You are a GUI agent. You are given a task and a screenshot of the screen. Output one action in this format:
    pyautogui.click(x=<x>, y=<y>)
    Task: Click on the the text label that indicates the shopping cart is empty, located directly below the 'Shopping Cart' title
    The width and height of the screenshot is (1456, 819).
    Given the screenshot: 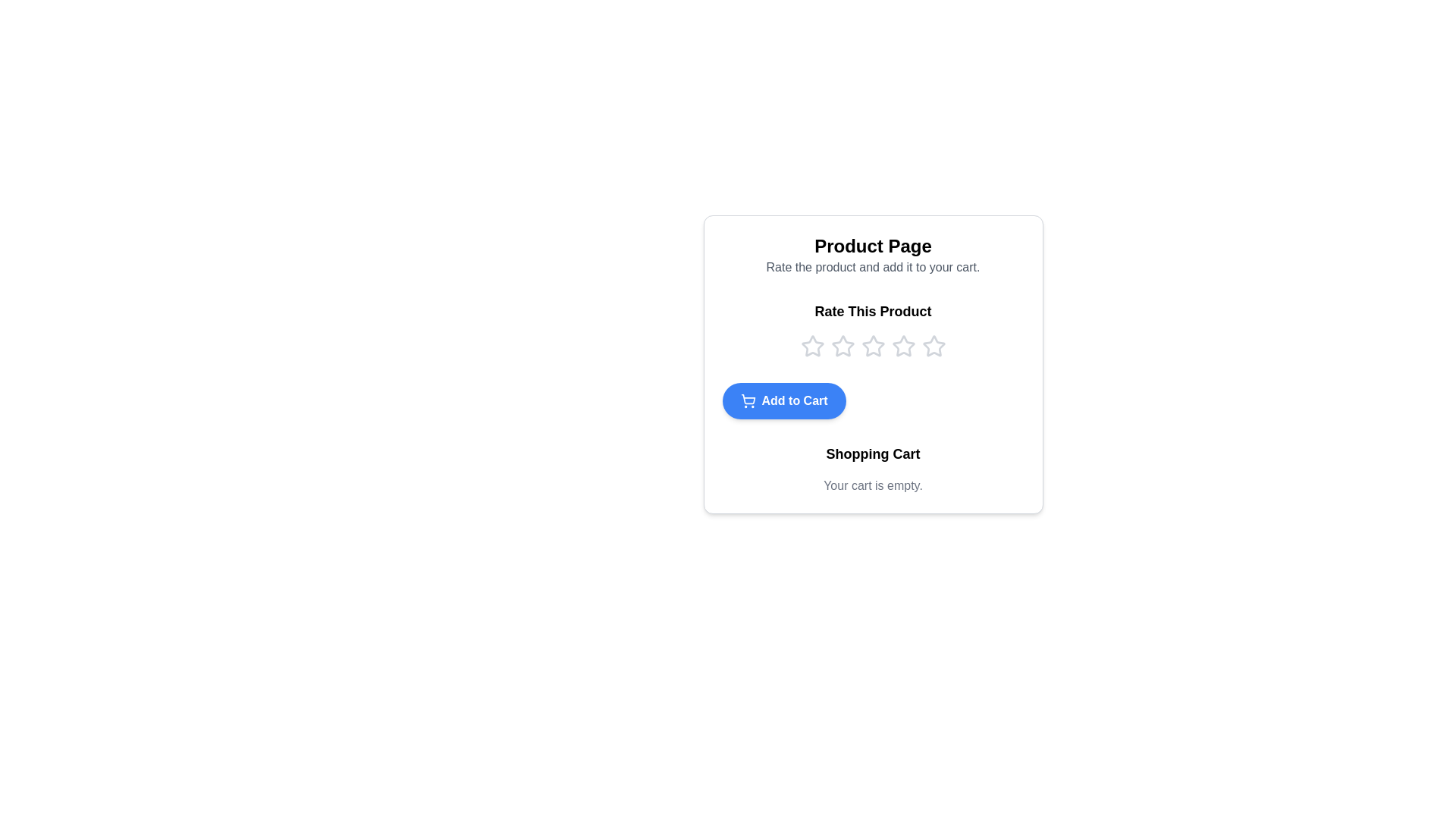 What is the action you would take?
    pyautogui.click(x=873, y=485)
    